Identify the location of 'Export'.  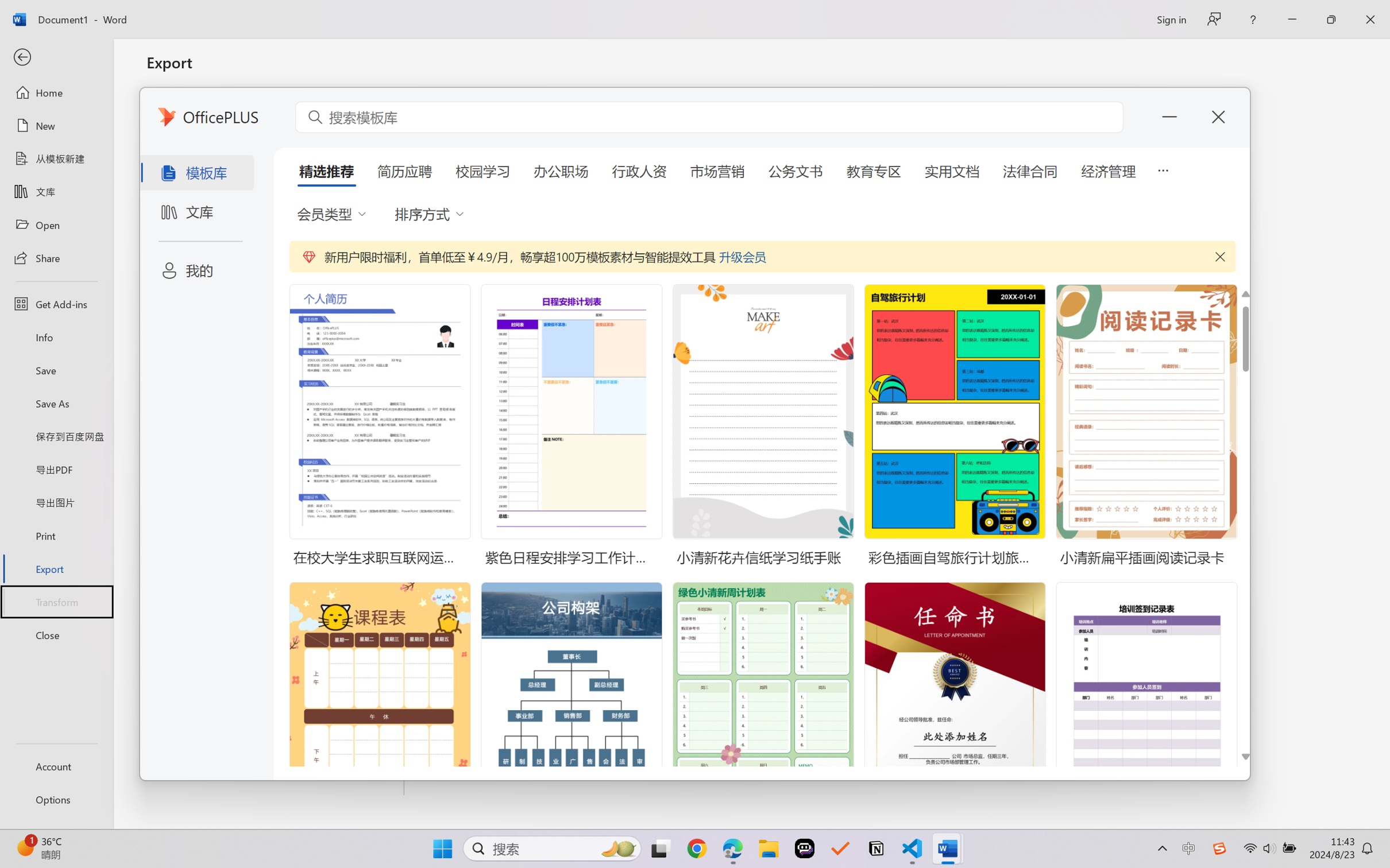
(56, 568).